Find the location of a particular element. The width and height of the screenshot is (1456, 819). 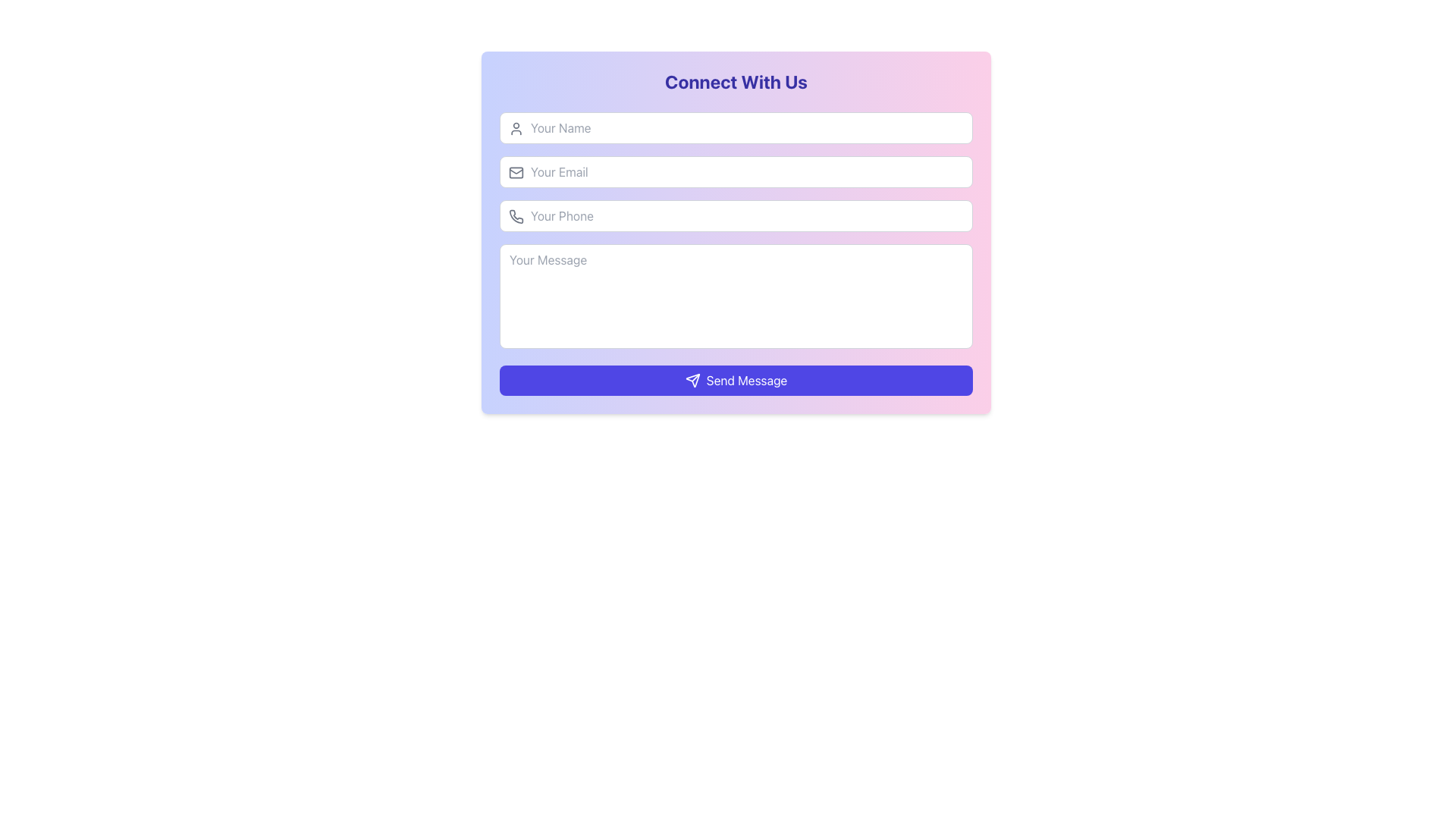

the telephone handset icon located at the top-left corner of the 'Your Phone' input field is located at coordinates (516, 216).